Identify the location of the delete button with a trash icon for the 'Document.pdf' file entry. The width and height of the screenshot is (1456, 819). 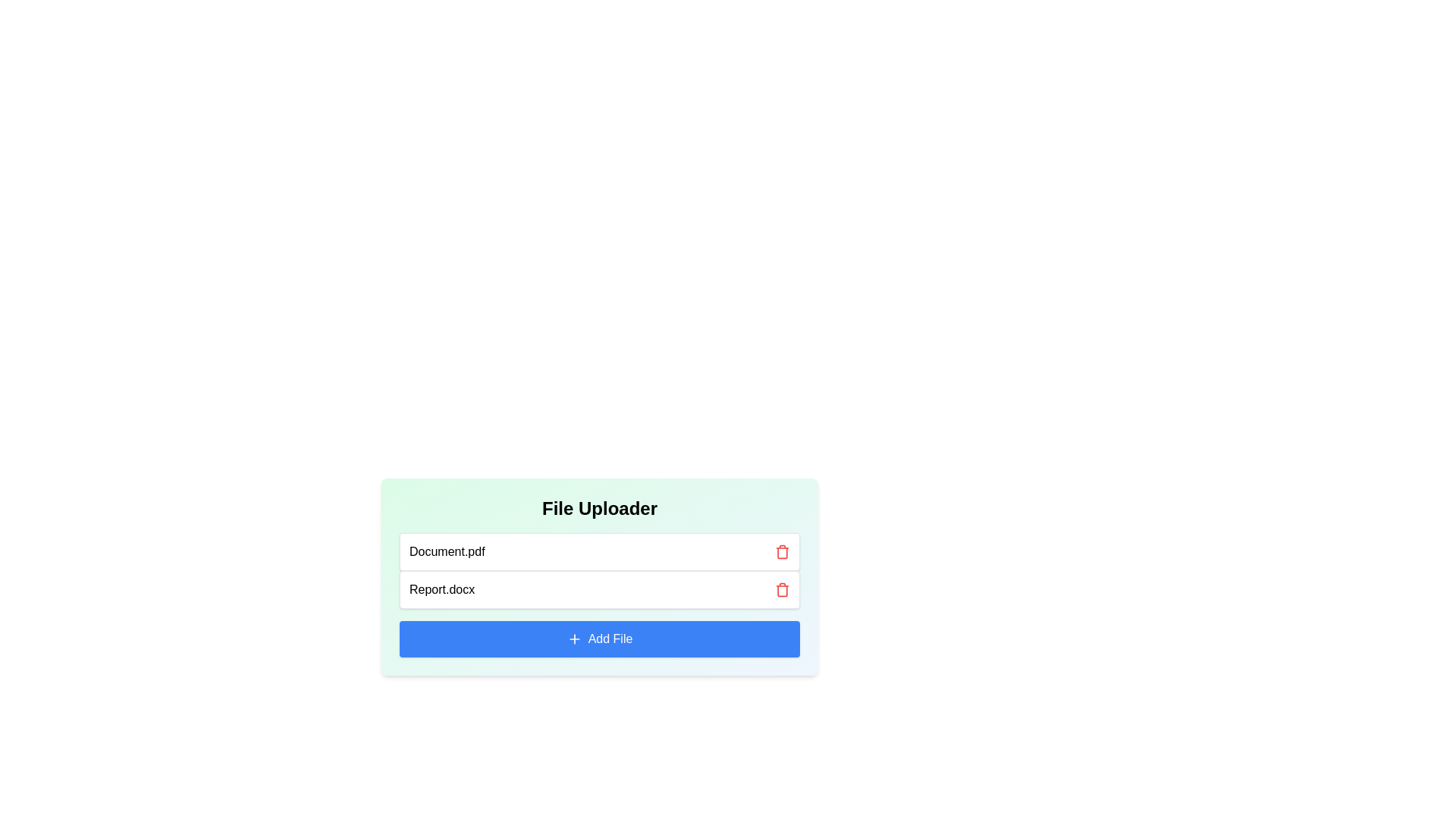
(783, 552).